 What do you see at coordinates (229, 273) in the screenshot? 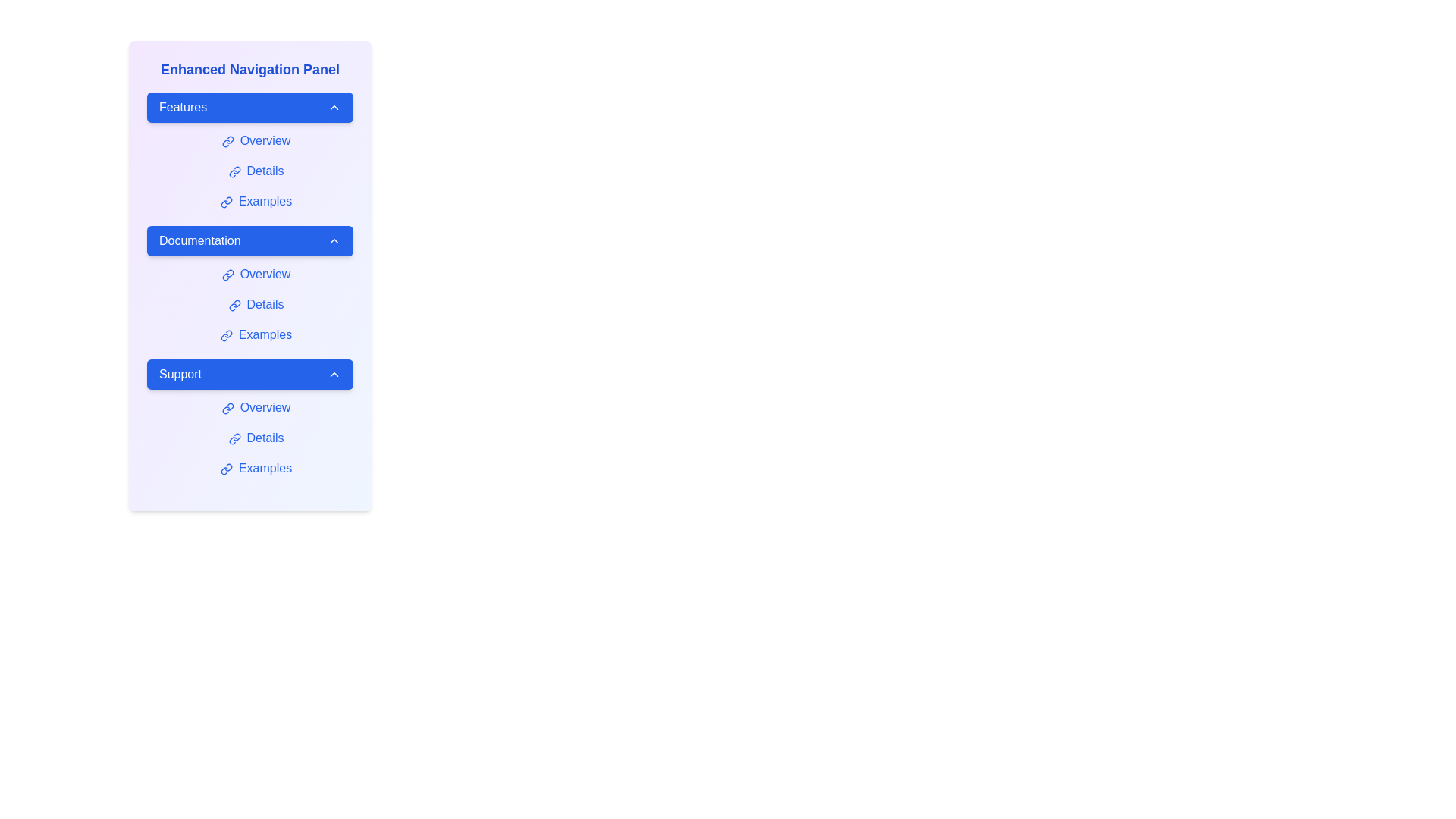
I see `the upper link icon in the 'Documentation' section of the 'Enhanced Navigation Panel' that signifies a hyperlink for the text 'Overview'` at bounding box center [229, 273].